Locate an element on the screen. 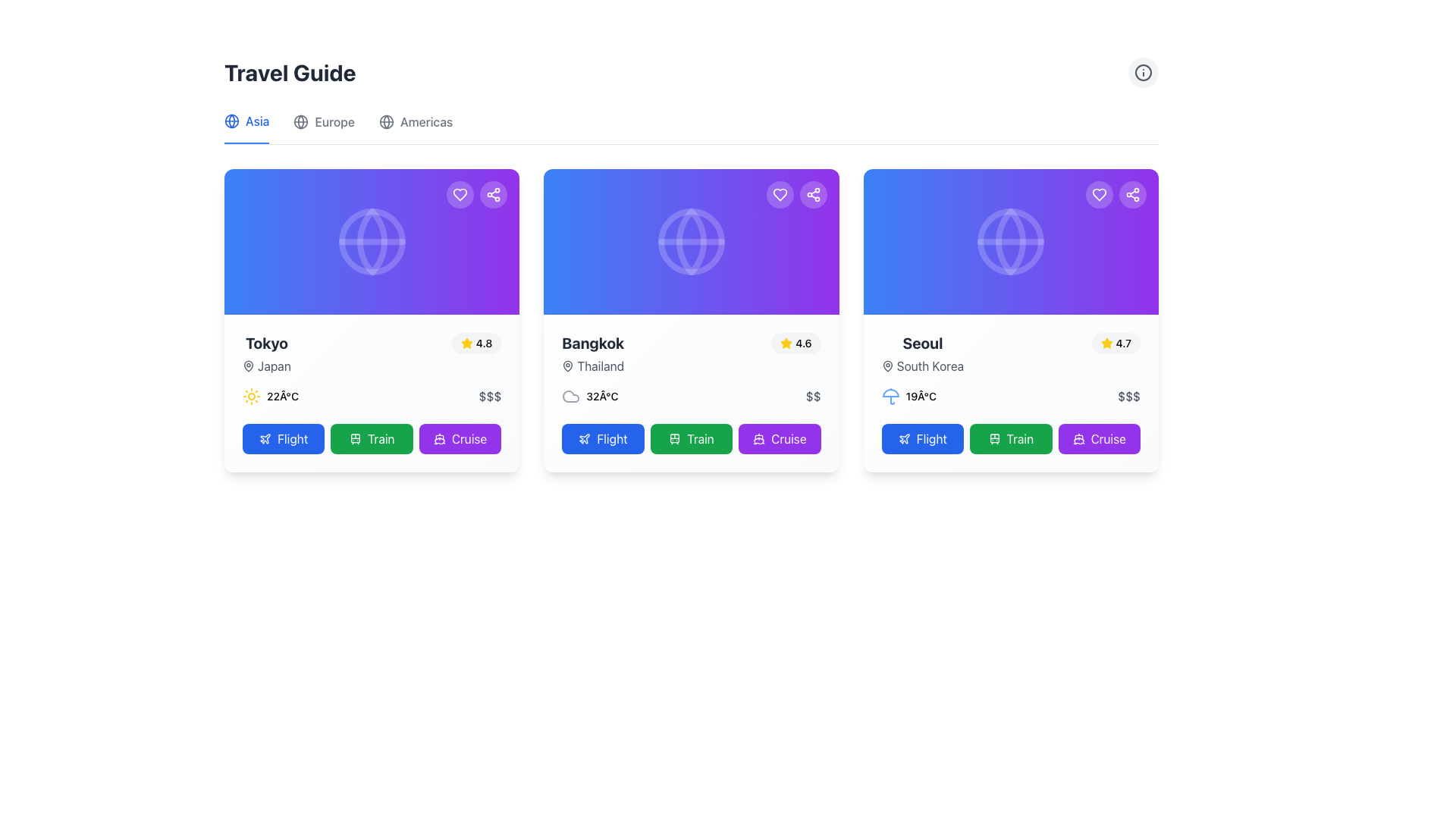 The height and width of the screenshot is (819, 1456). text content of the Text Label that serves as the title for the card, which displays 'Bangkok' and is located in the upper-left section of the second card in a horizontally aligned triplet of cards is located at coordinates (592, 343).